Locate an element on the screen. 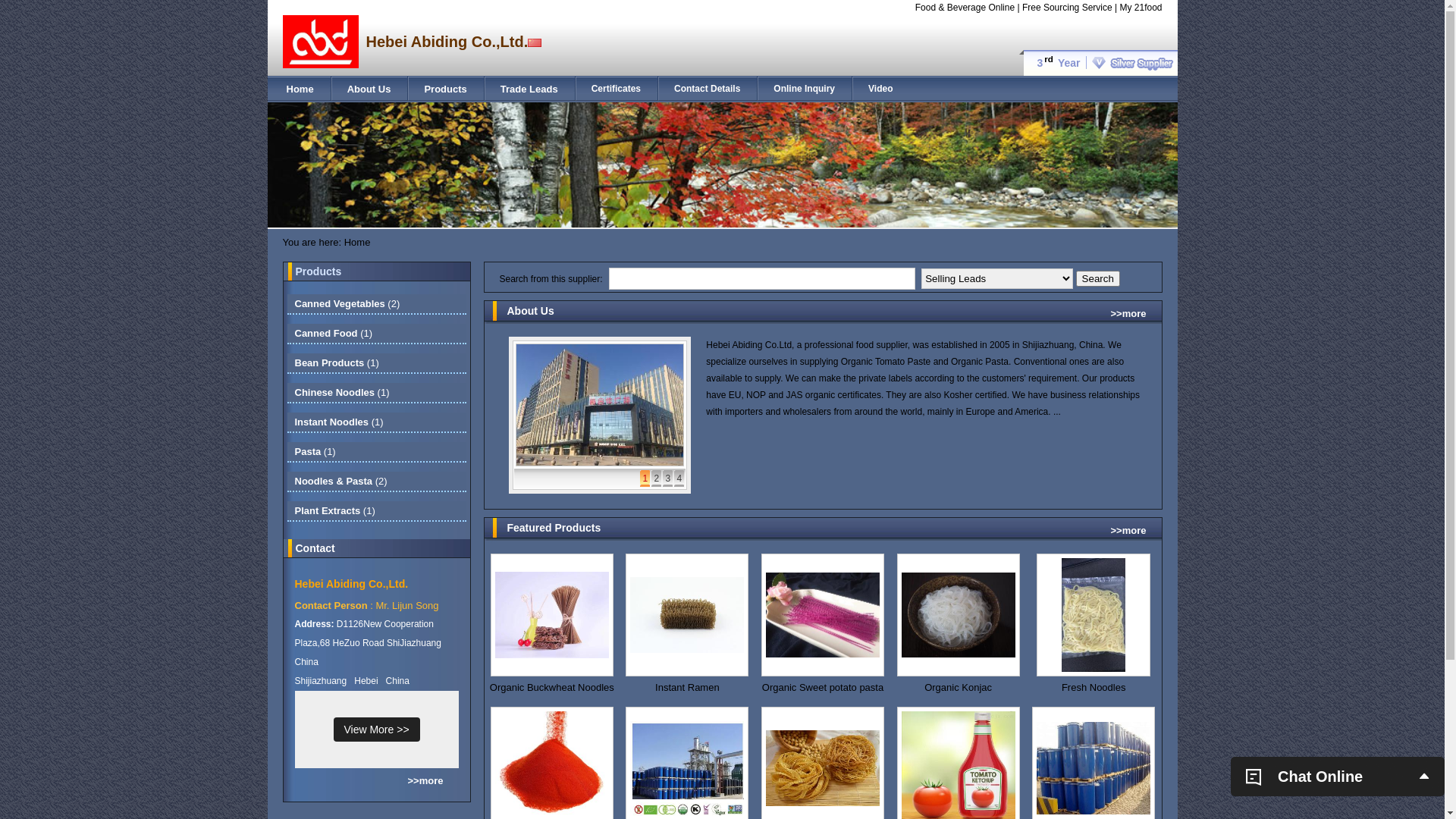  'Instant Noodles (1)' is located at coordinates (337, 422).